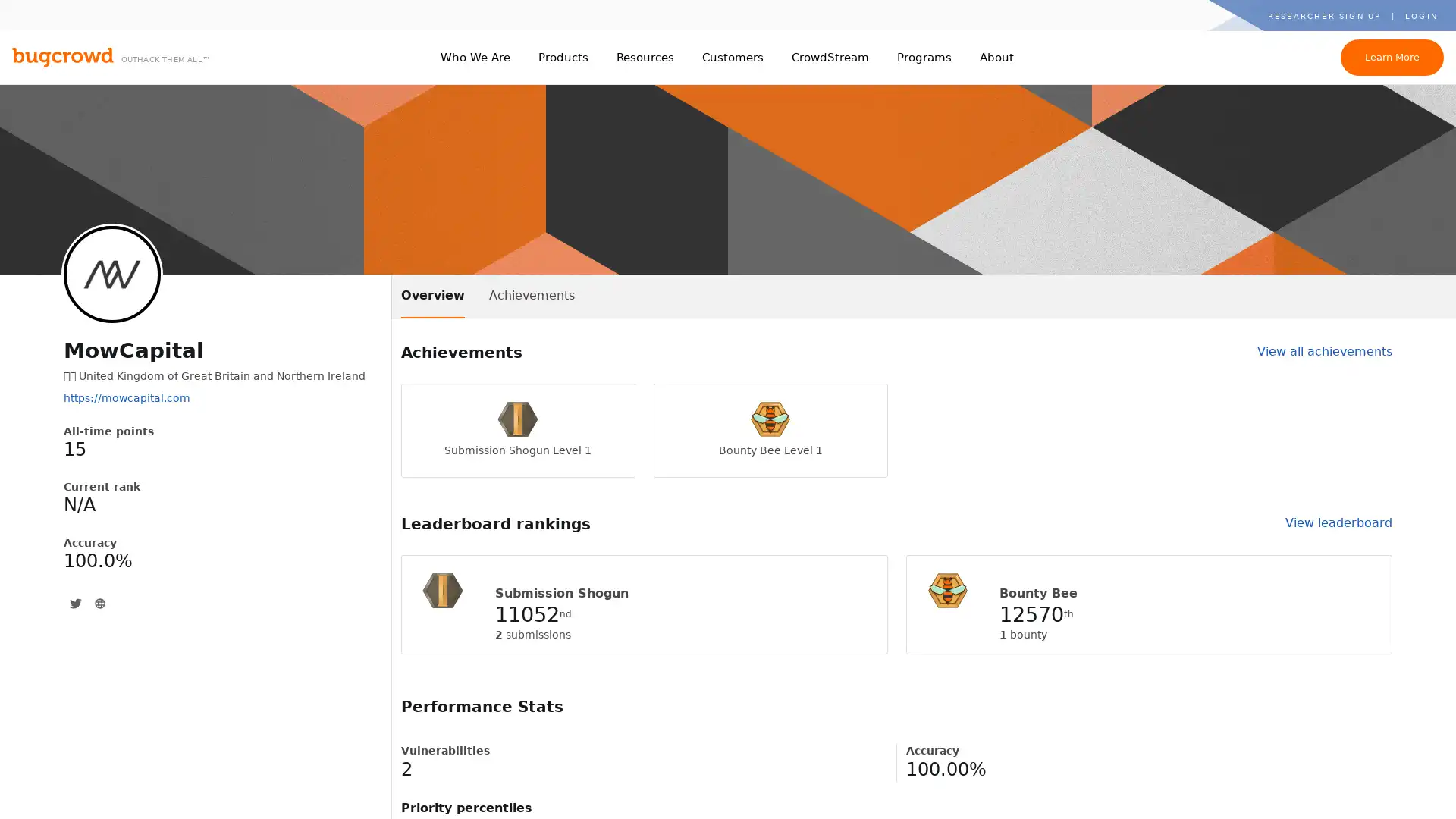 The width and height of the screenshot is (1456, 819). What do you see at coordinates (517, 430) in the screenshot?
I see `Submission Shogun Level 1 Submission Shogun Level 1` at bounding box center [517, 430].